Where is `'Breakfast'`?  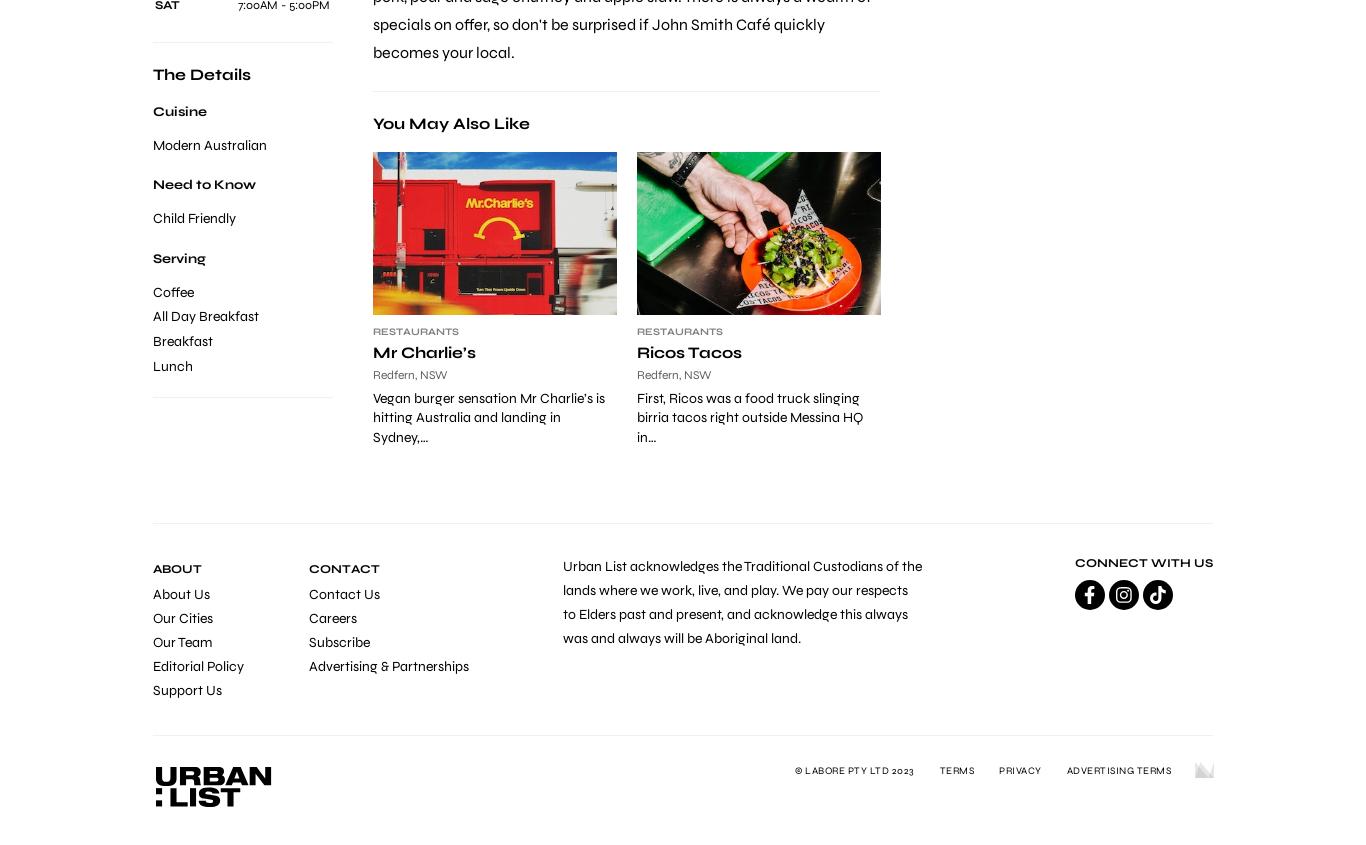
'Breakfast' is located at coordinates (182, 339).